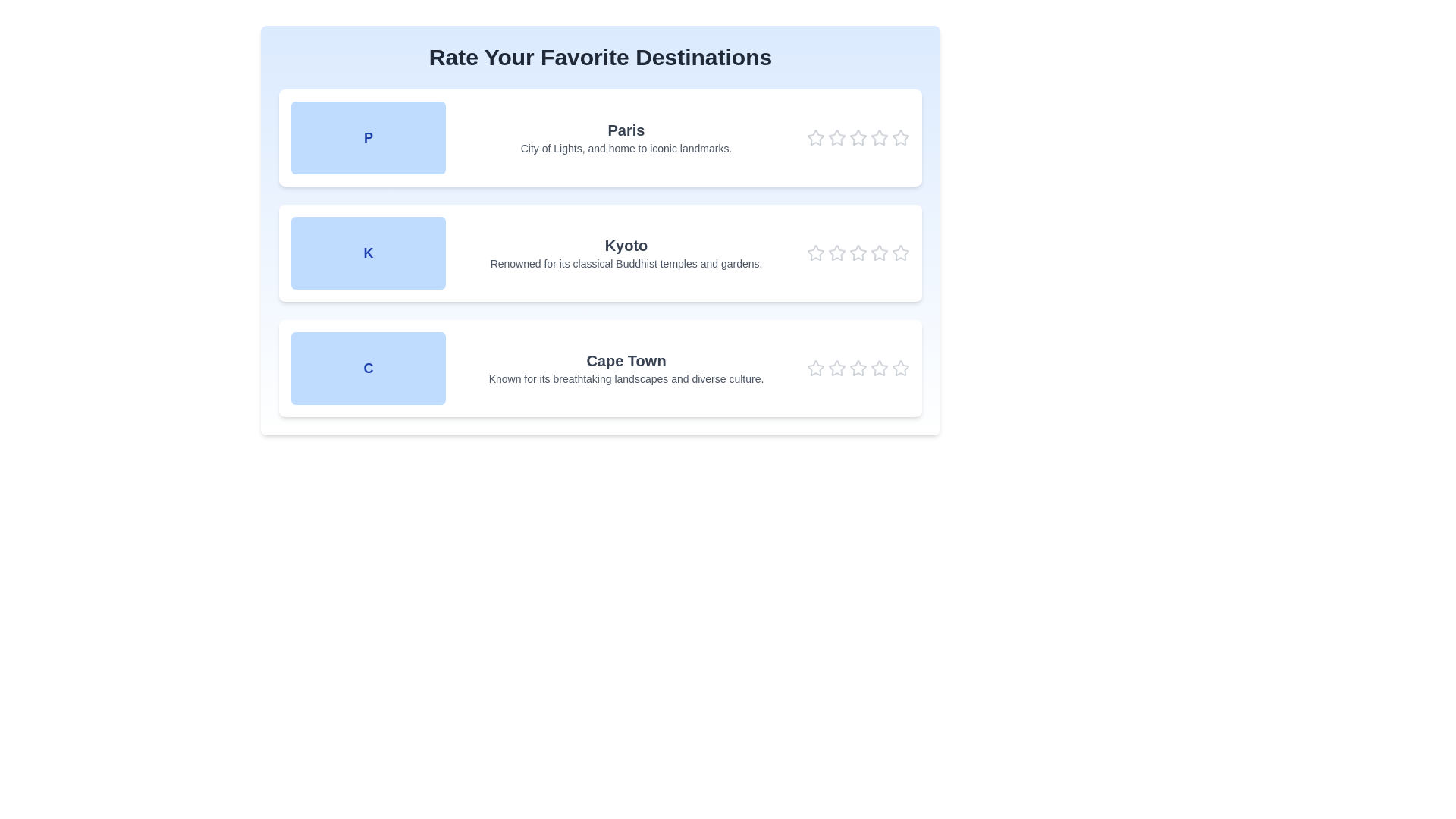 This screenshot has width=1456, height=819. I want to click on the Text label providing additional information about 'Cape Town', which is located at the bottom of the content block associated with 'Cape Town', directly below the title in the vertical list of favorite destinations, so click(626, 378).